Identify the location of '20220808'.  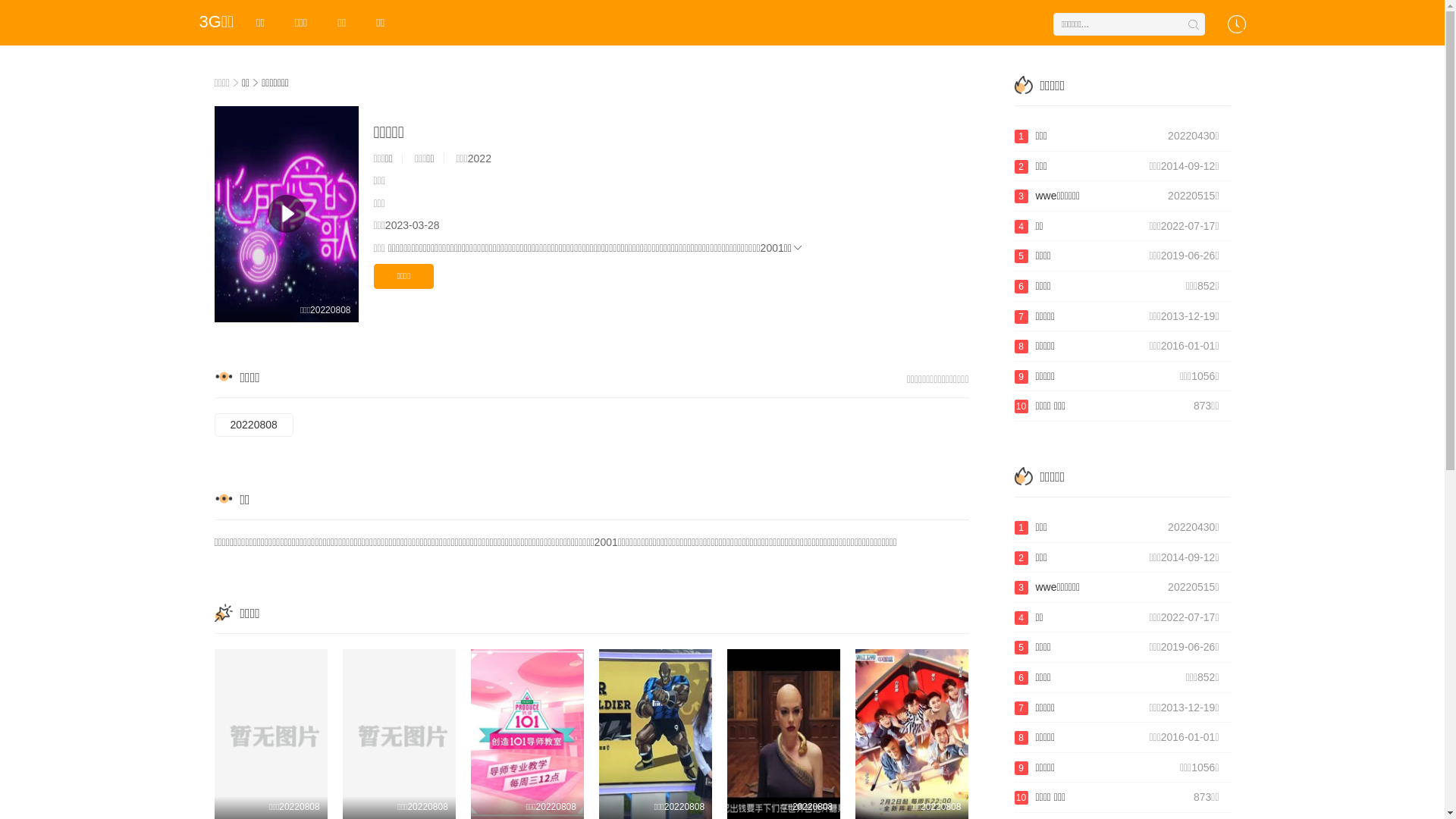
(253, 425).